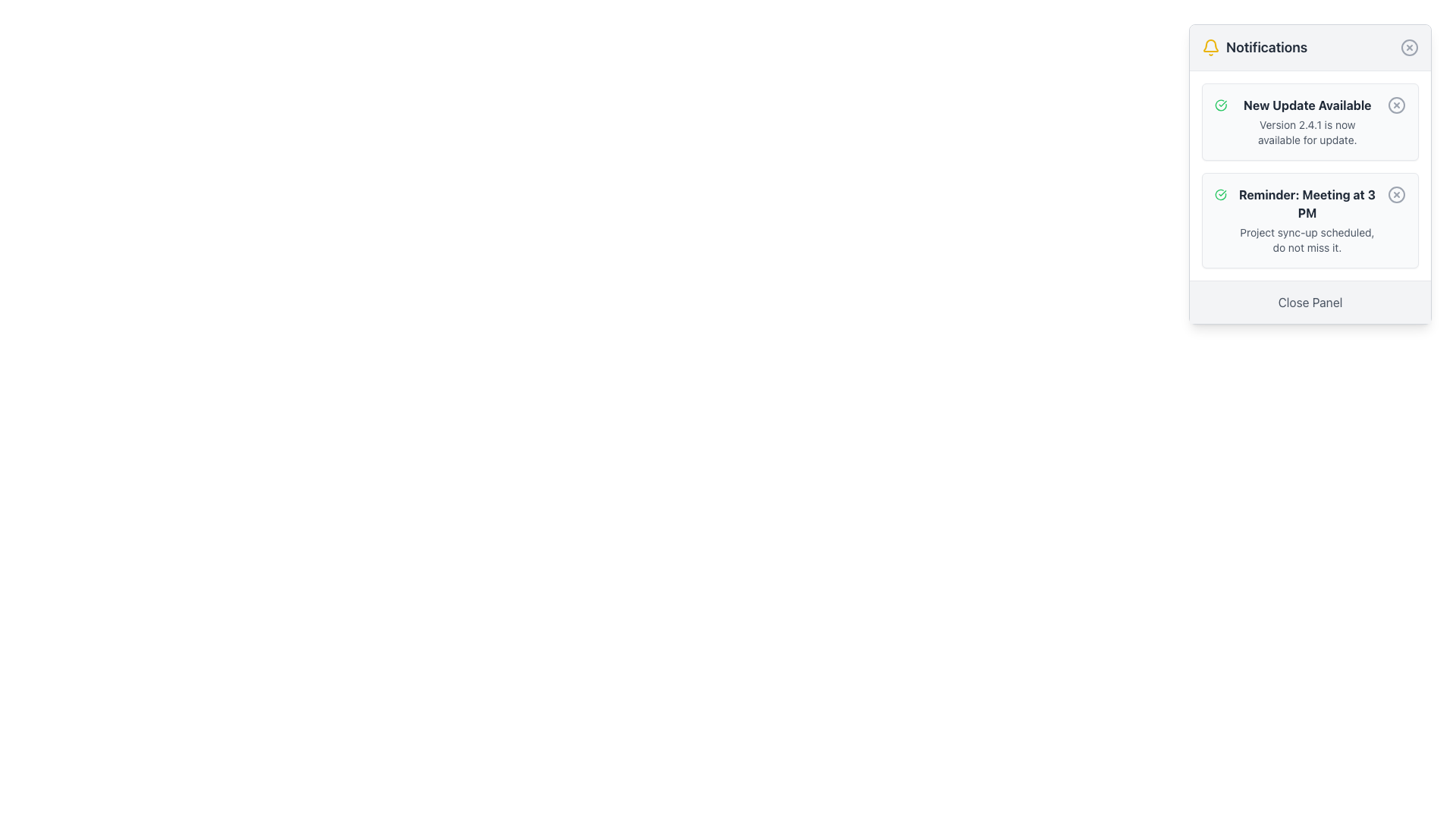 The image size is (1456, 819). Describe the element at coordinates (1408, 46) in the screenshot. I see `the close button icon located in the top-right corner of the notifications panel, which allows users to dismiss the panel` at that location.